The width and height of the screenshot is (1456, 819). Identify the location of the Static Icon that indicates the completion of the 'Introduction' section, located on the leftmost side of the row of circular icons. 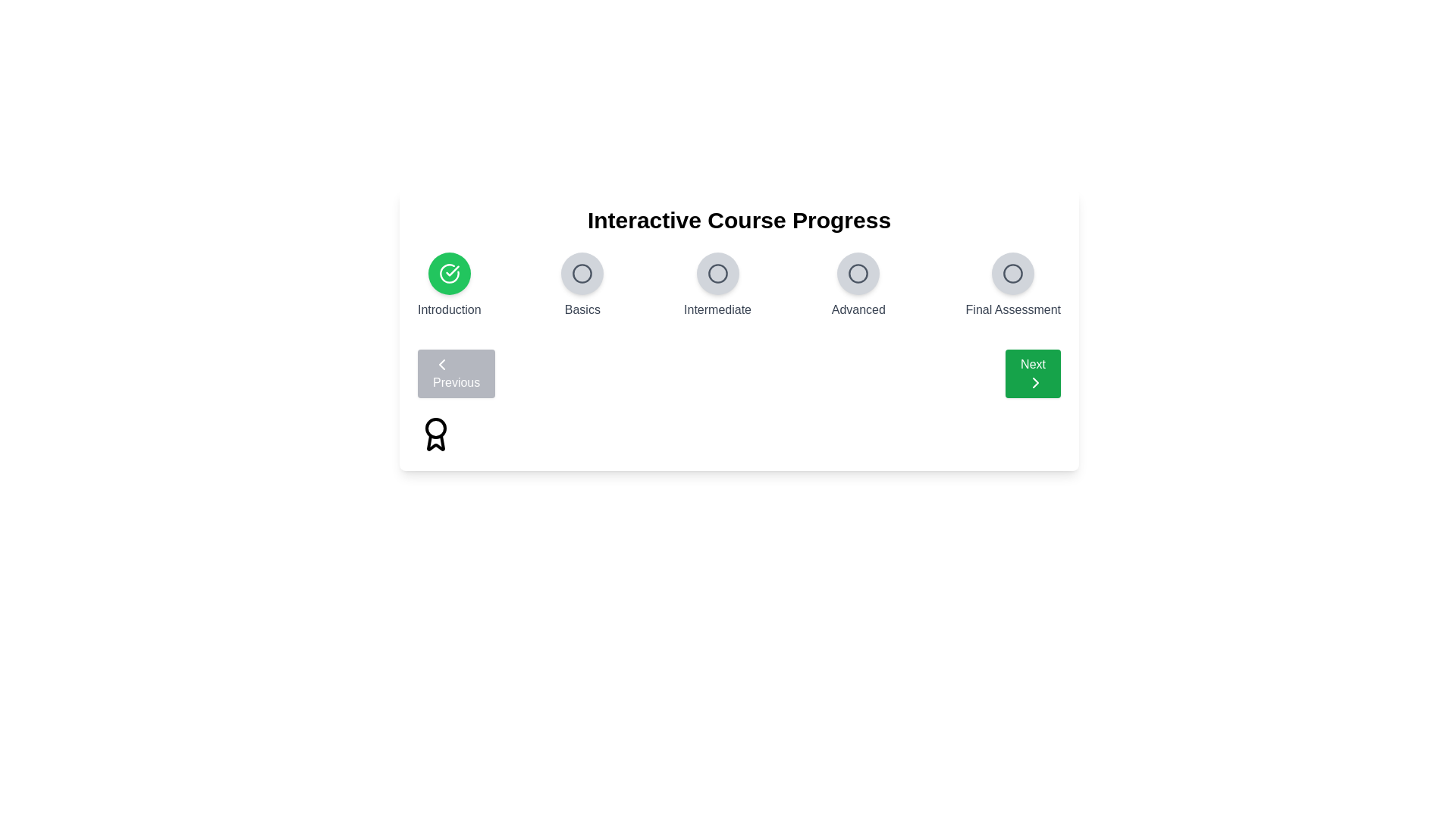
(448, 274).